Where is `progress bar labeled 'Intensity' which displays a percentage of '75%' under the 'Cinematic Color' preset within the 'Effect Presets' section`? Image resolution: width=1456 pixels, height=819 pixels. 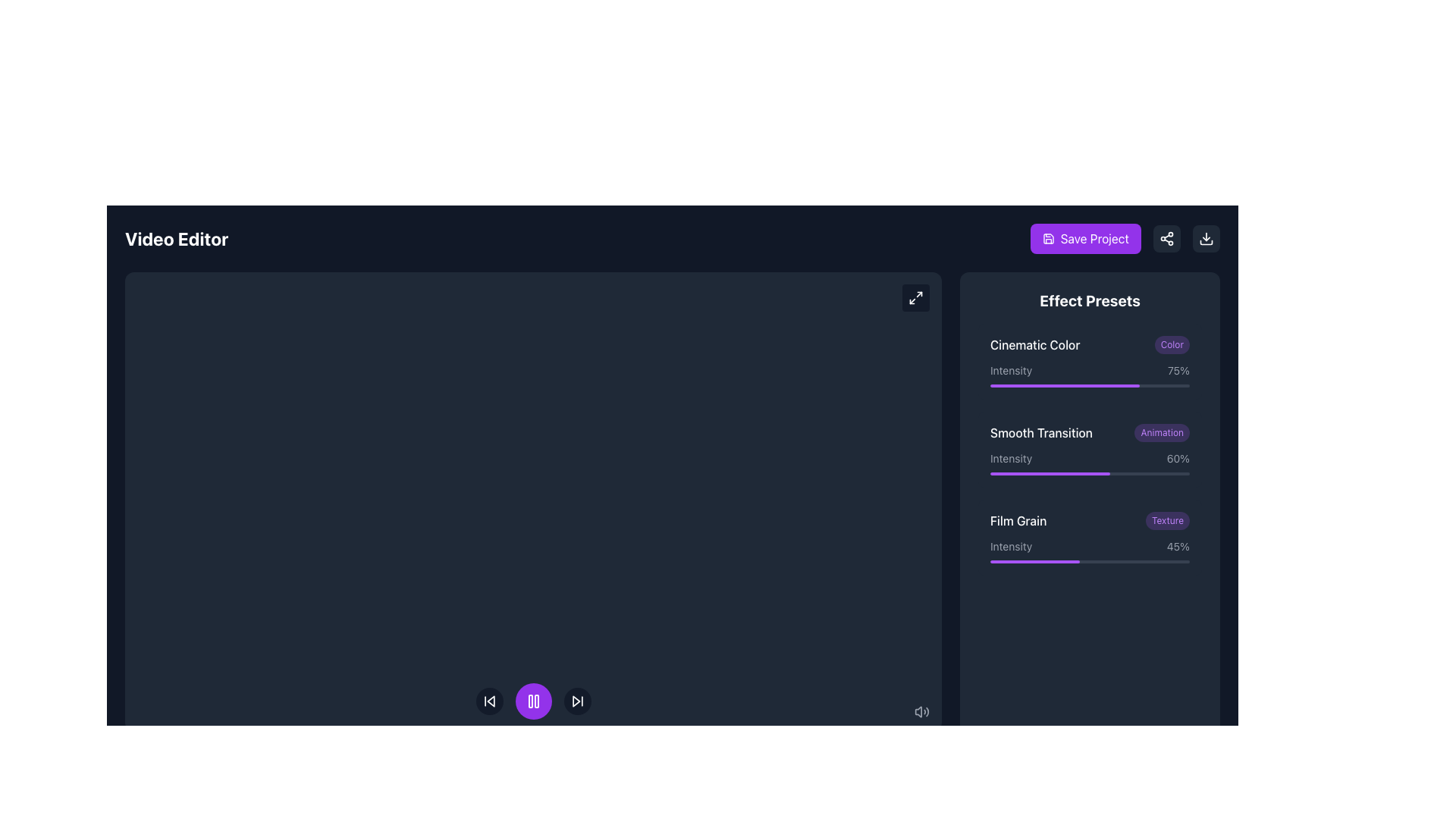 progress bar labeled 'Intensity' which displays a percentage of '75%' under the 'Cinematic Color' preset within the 'Effect Presets' section is located at coordinates (1089, 375).